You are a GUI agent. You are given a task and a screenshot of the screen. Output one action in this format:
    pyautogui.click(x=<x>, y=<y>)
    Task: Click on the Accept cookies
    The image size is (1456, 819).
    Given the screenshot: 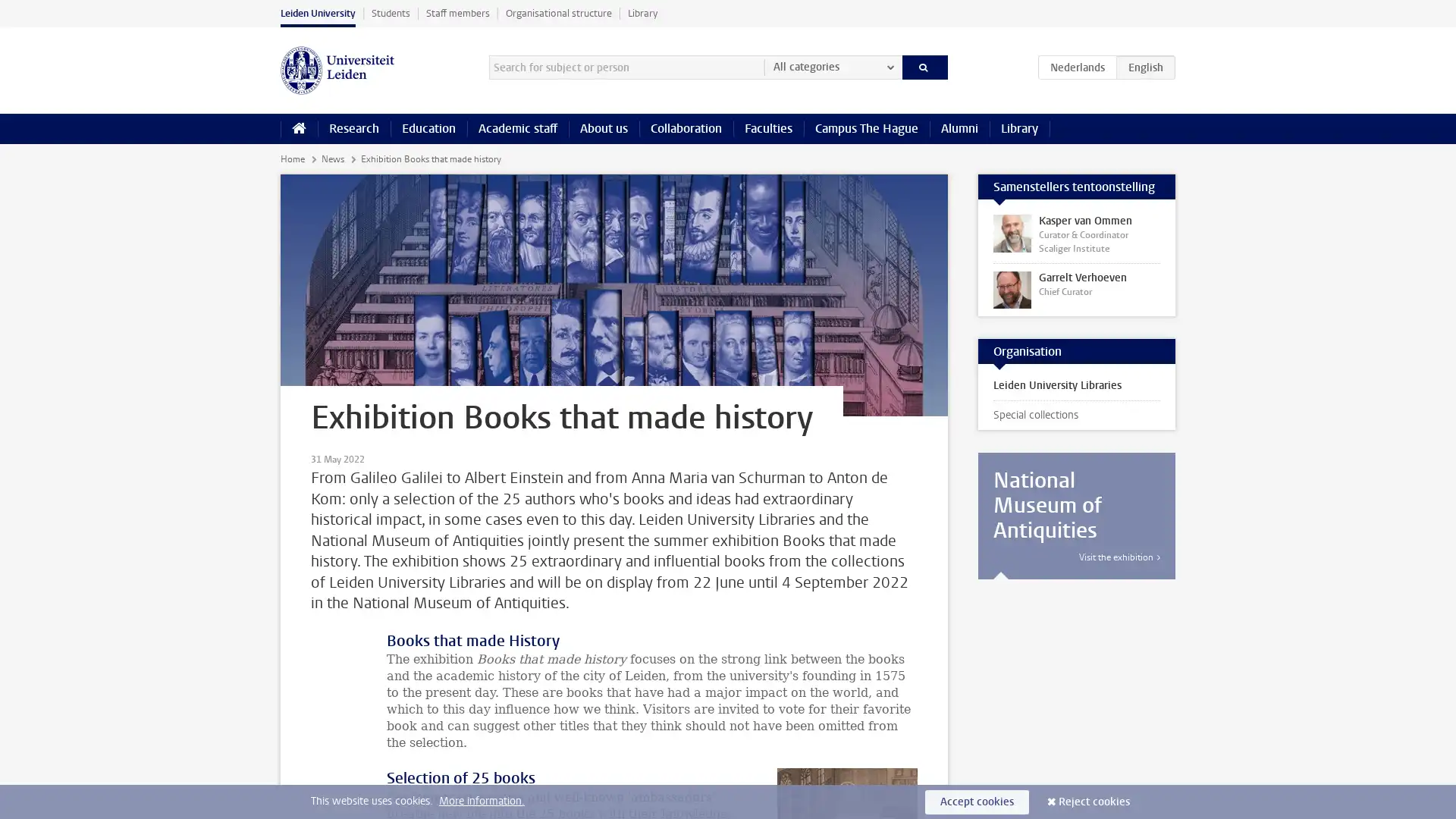 What is the action you would take?
    pyautogui.click(x=977, y=801)
    